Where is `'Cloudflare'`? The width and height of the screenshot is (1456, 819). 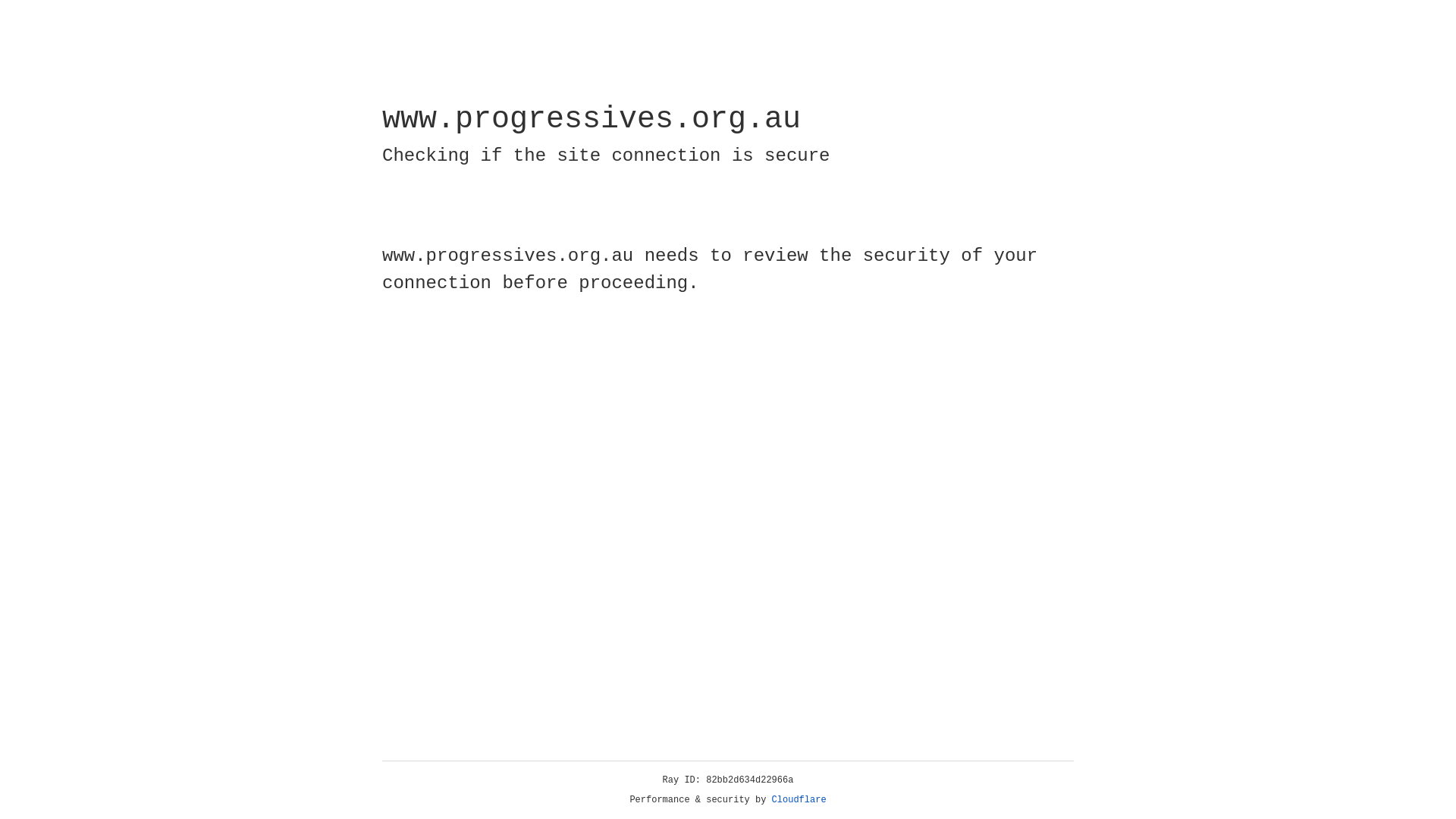
'Cloudflare' is located at coordinates (799, 799).